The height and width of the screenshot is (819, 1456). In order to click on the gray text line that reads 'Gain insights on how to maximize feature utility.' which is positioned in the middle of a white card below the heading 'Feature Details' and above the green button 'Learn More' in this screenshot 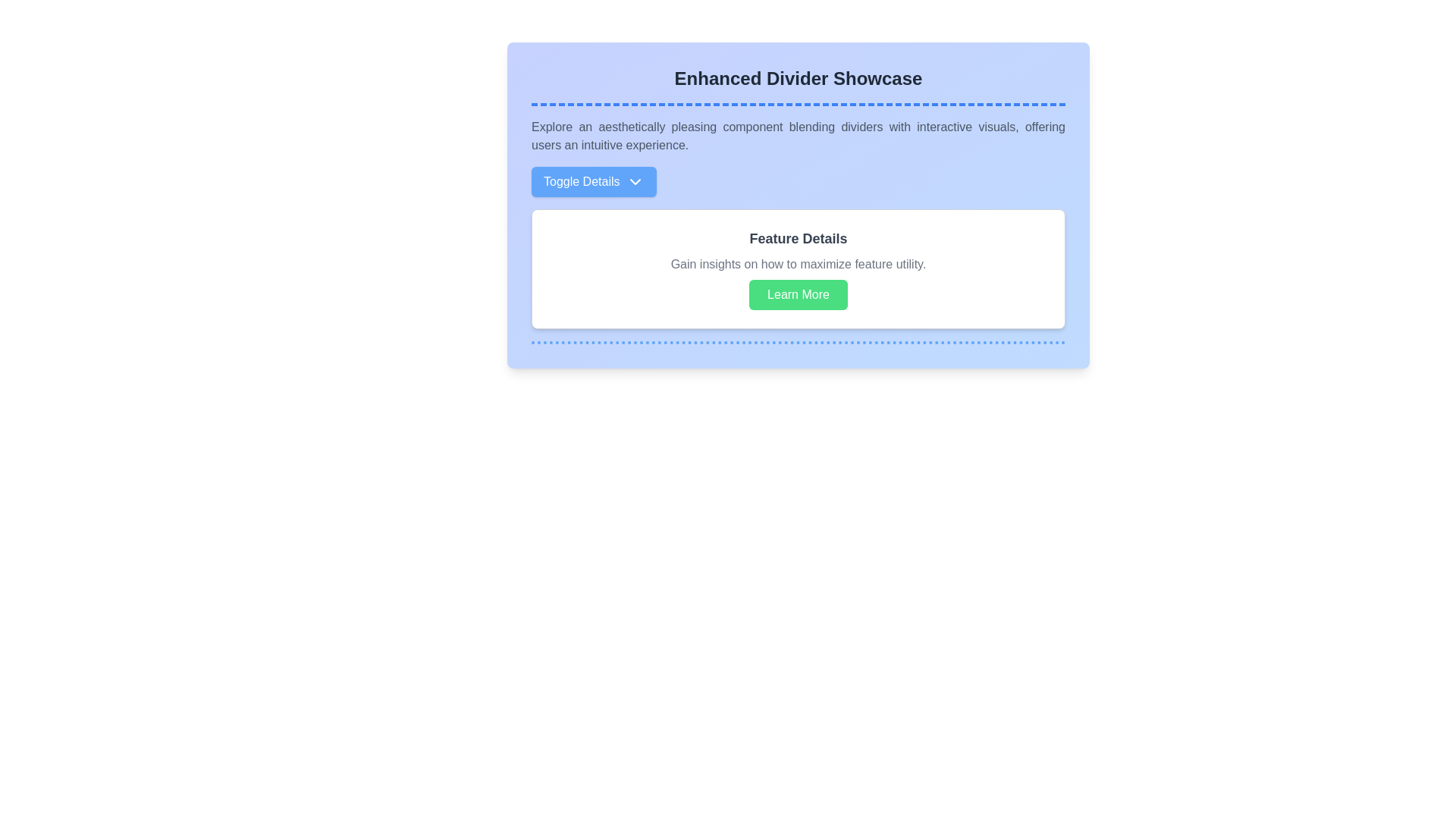, I will do `click(797, 263)`.